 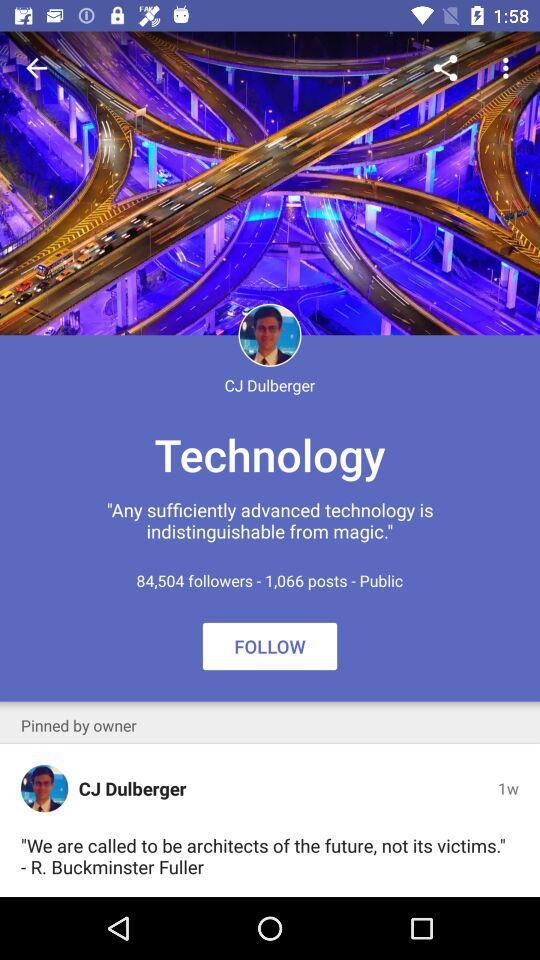 What do you see at coordinates (44, 788) in the screenshot?
I see `app below the pinned by owner` at bounding box center [44, 788].